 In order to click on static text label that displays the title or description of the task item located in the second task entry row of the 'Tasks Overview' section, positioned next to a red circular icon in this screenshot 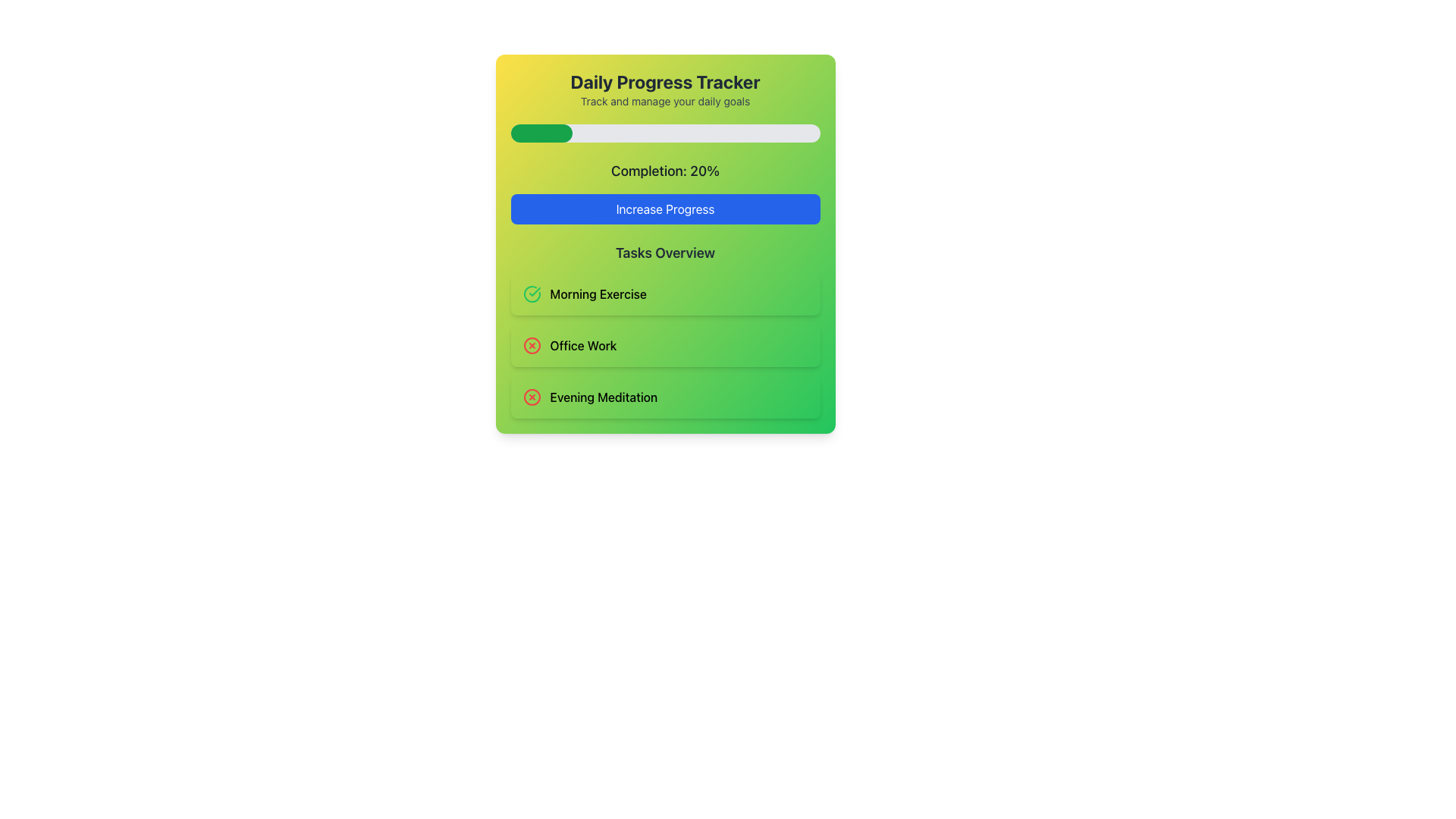, I will do `click(582, 345)`.